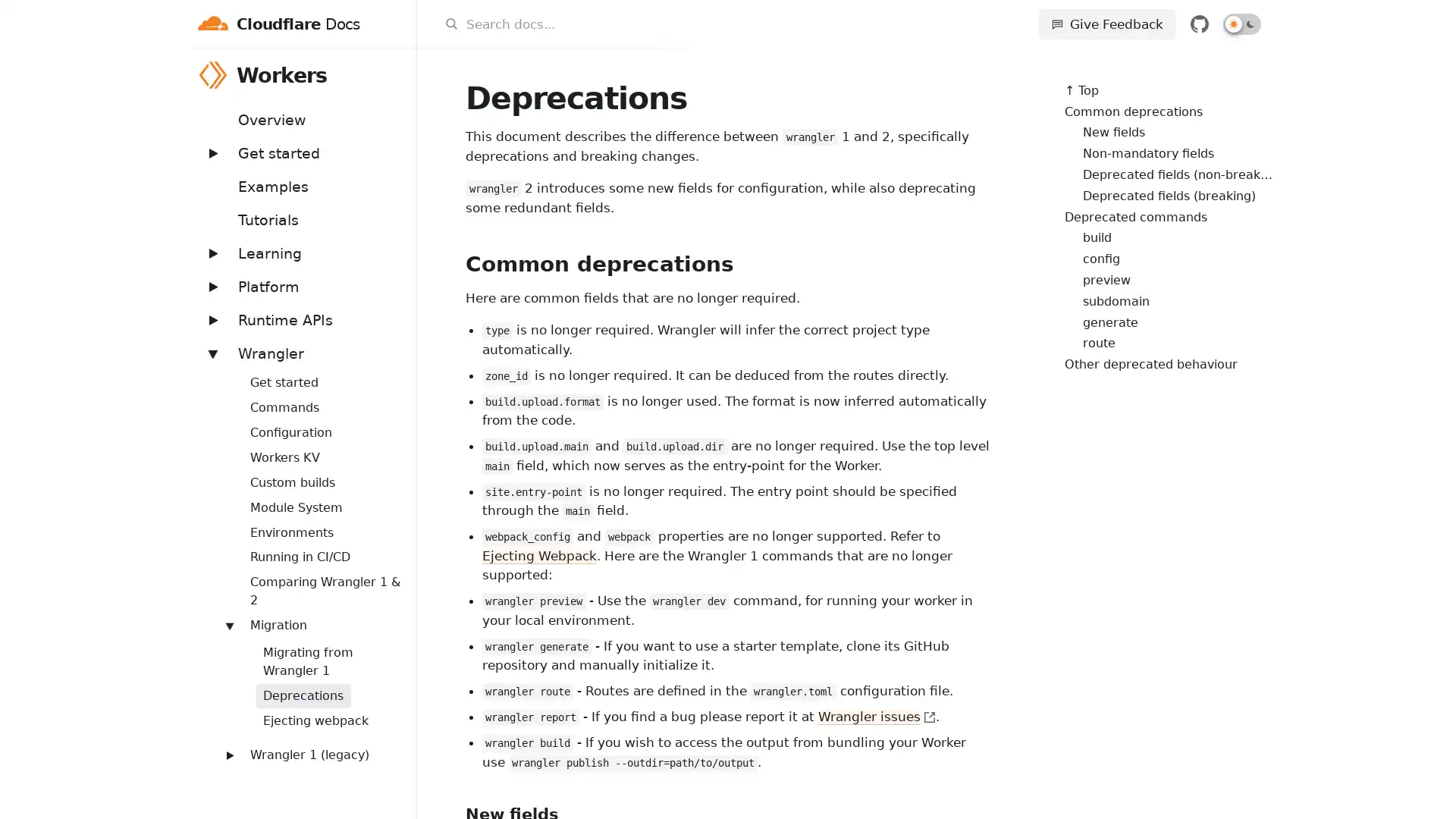  What do you see at coordinates (221, 690) in the screenshot?
I see `Expand: Workers Sites` at bounding box center [221, 690].